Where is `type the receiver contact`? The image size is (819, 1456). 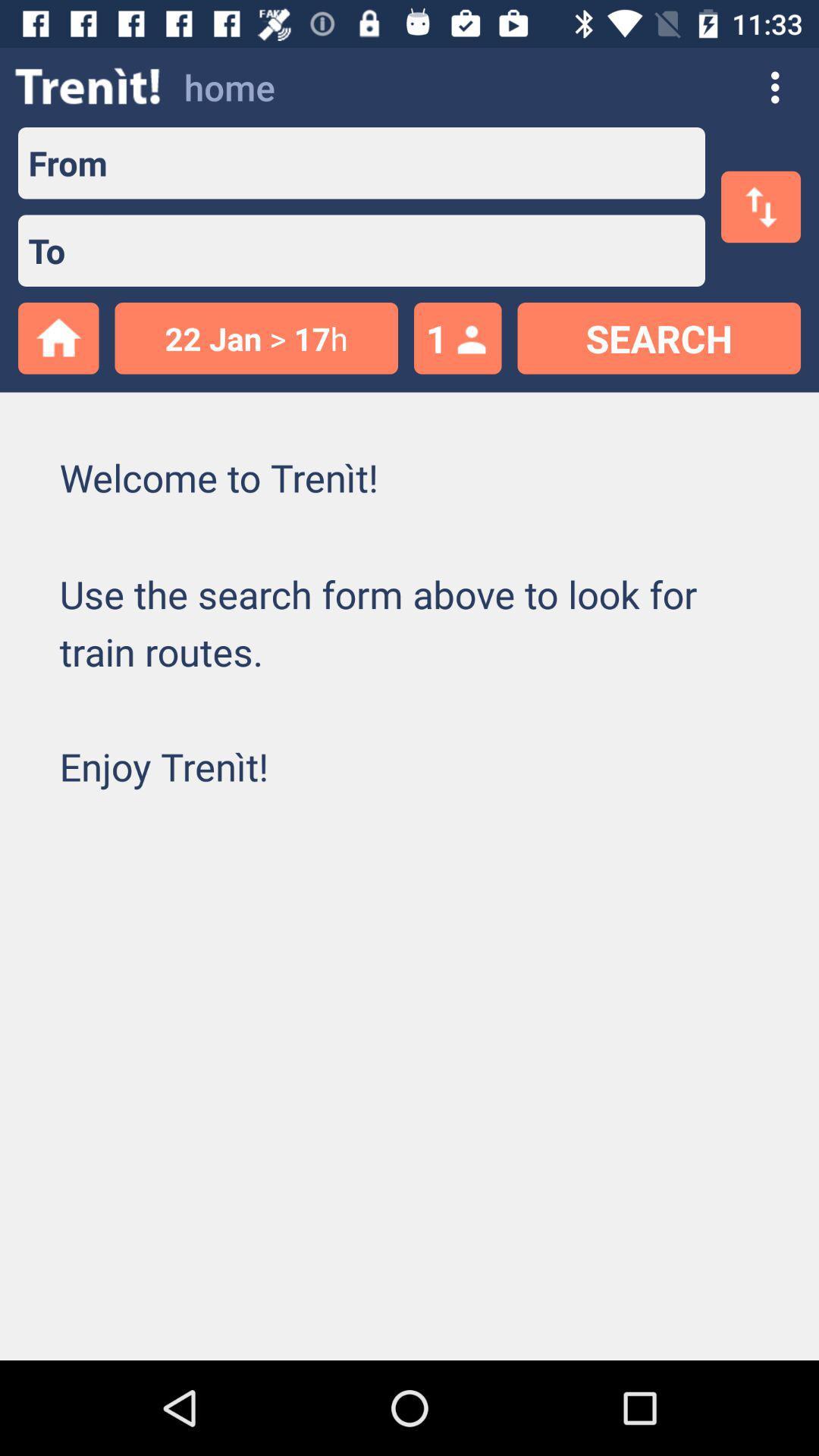
type the receiver contact is located at coordinates (405, 250).